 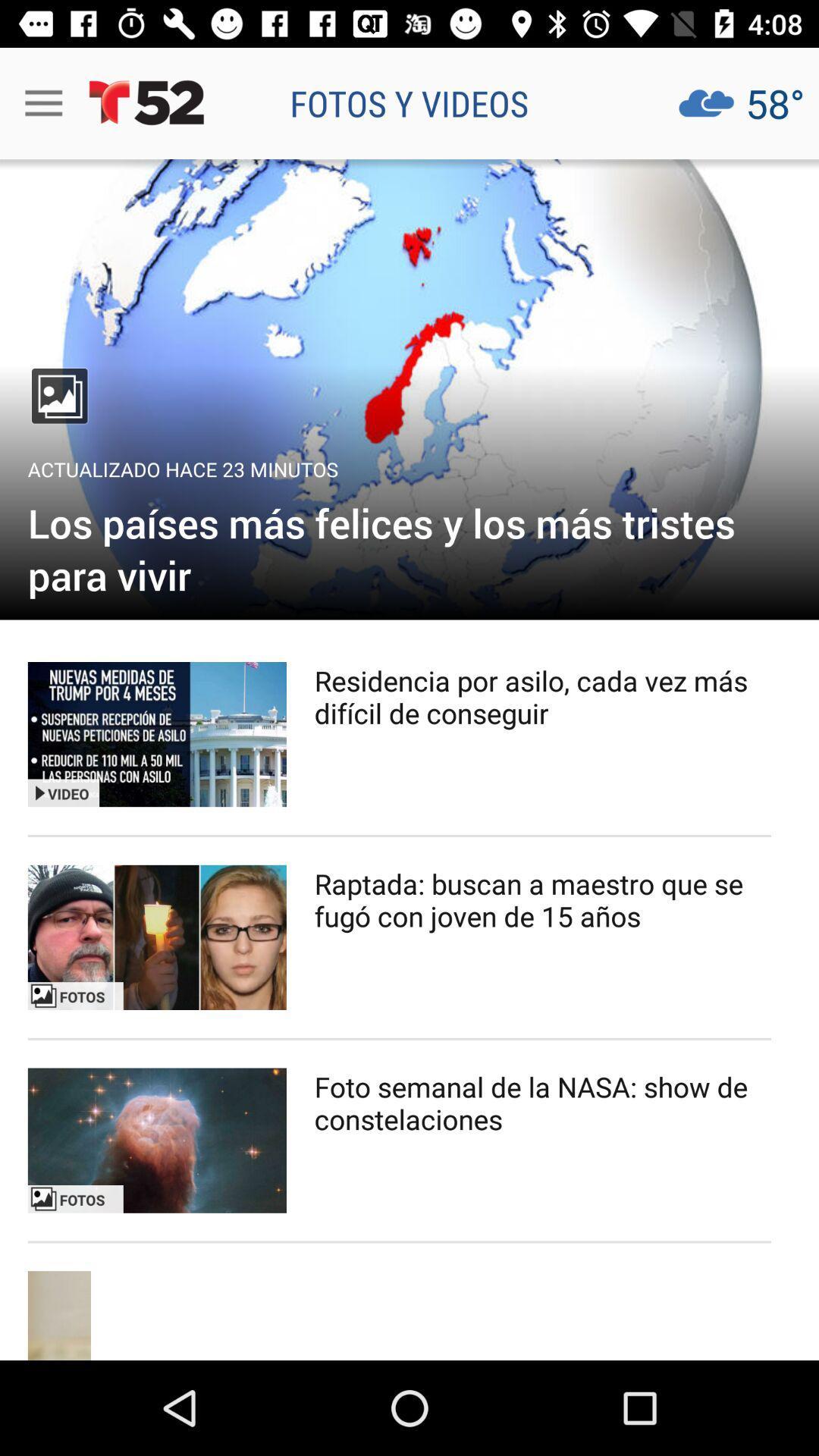 What do you see at coordinates (409, 389) in the screenshot?
I see `open gallery` at bounding box center [409, 389].